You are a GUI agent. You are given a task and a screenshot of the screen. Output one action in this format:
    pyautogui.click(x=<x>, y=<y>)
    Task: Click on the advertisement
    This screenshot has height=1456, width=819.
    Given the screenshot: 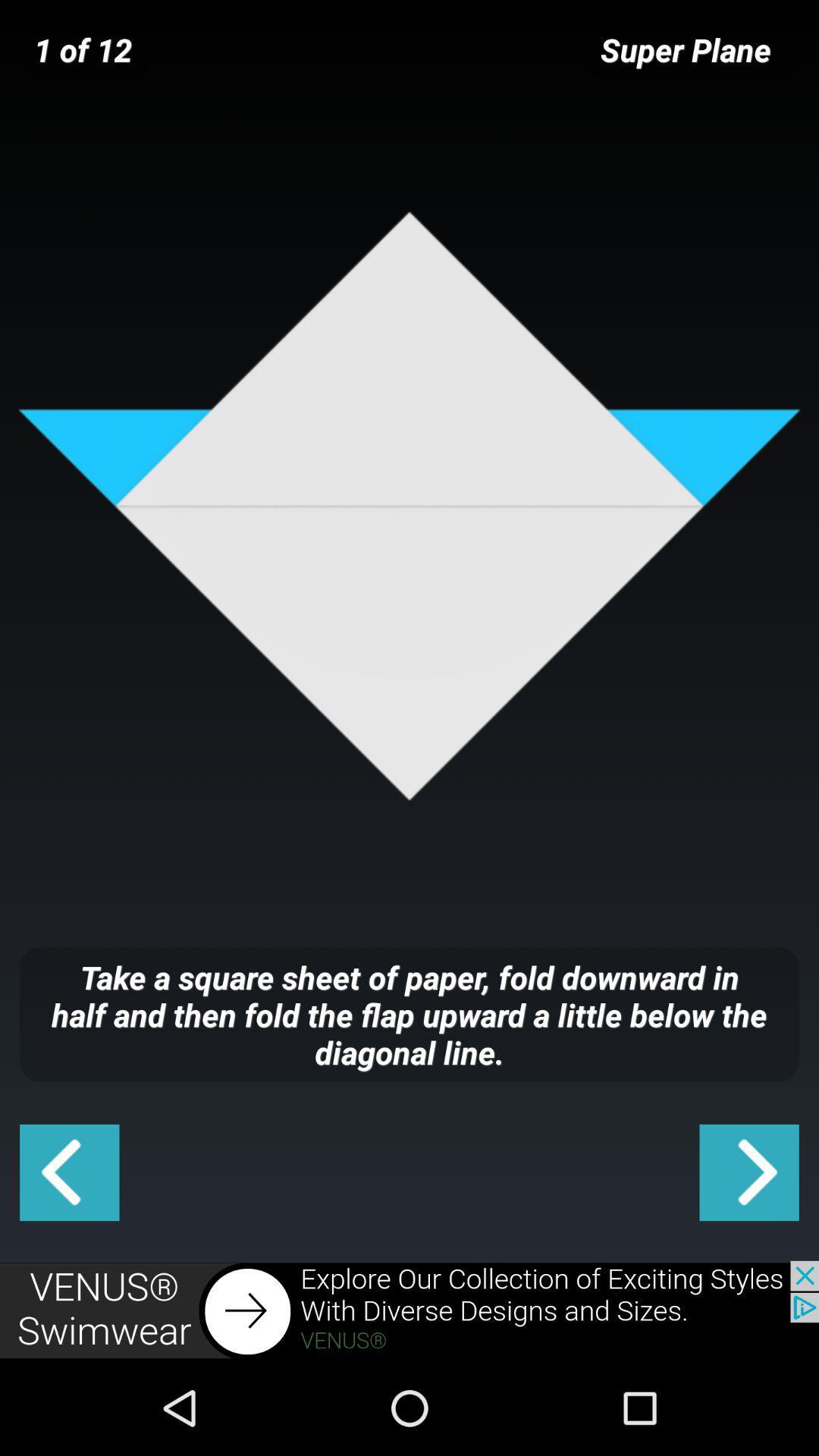 What is the action you would take?
    pyautogui.click(x=409, y=1310)
    